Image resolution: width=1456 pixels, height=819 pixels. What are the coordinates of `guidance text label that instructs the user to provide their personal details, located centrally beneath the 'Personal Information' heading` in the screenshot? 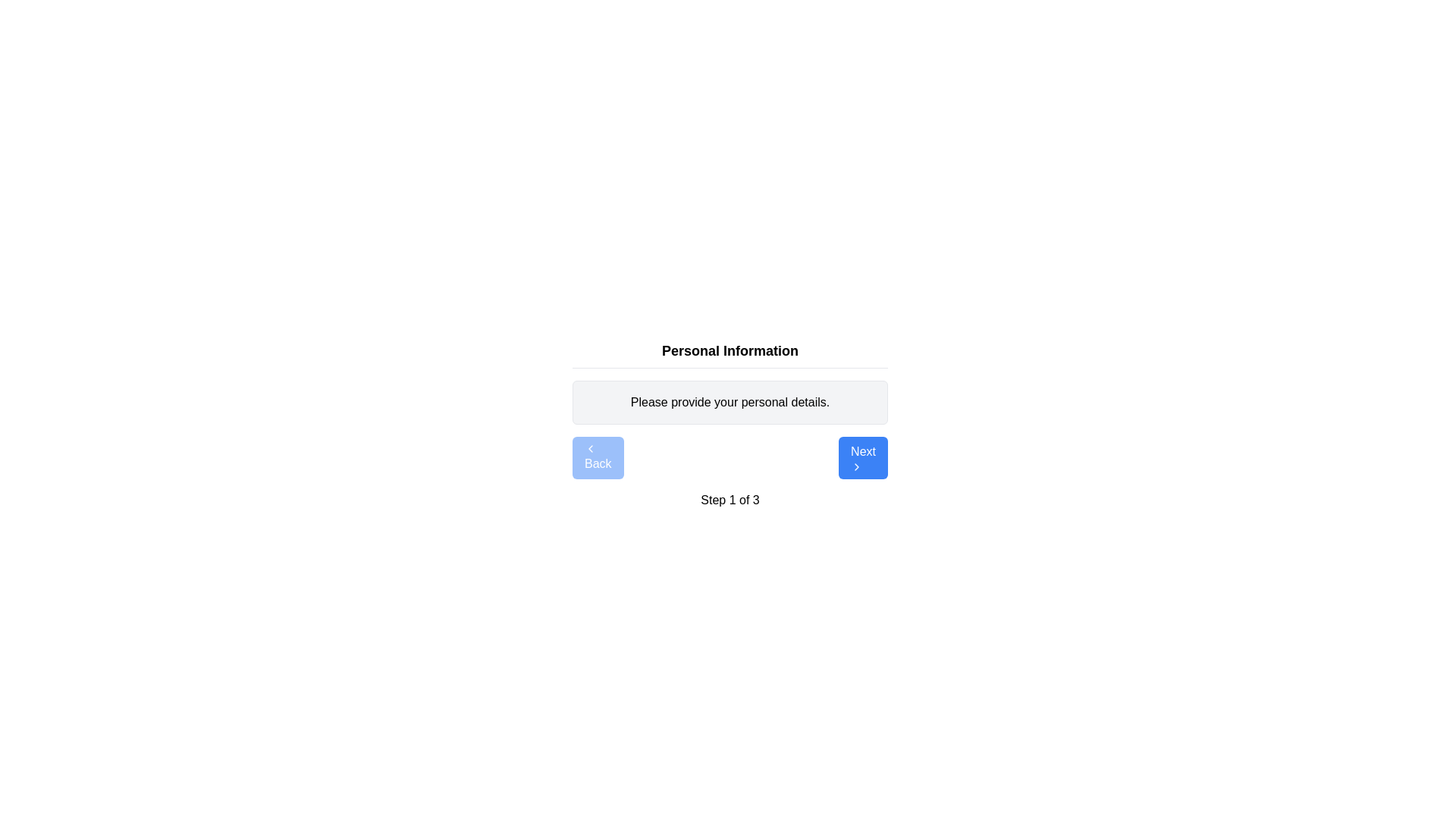 It's located at (730, 402).